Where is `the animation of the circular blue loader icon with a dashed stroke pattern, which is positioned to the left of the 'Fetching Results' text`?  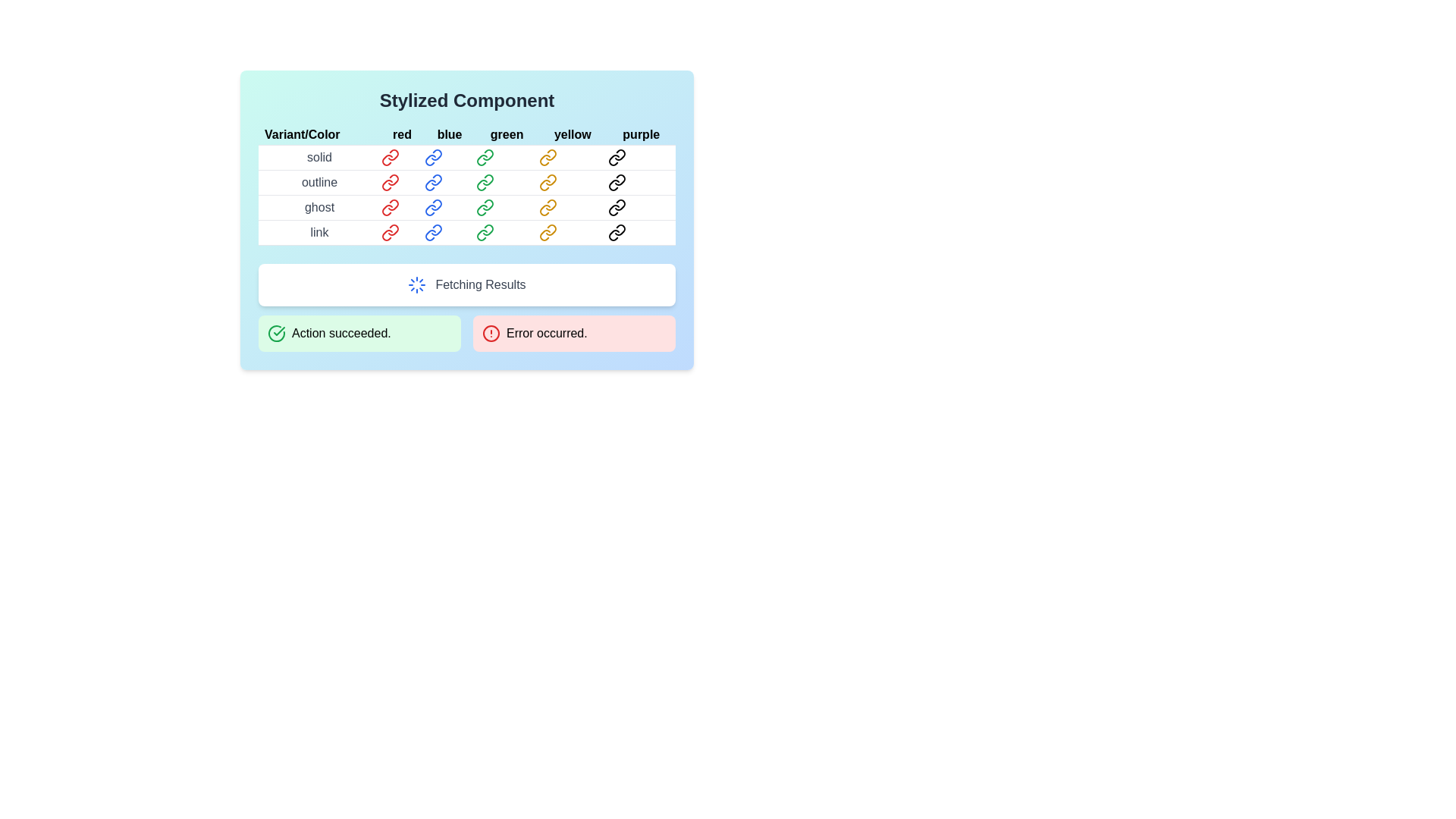 the animation of the circular blue loader icon with a dashed stroke pattern, which is positioned to the left of the 'Fetching Results' text is located at coordinates (417, 284).